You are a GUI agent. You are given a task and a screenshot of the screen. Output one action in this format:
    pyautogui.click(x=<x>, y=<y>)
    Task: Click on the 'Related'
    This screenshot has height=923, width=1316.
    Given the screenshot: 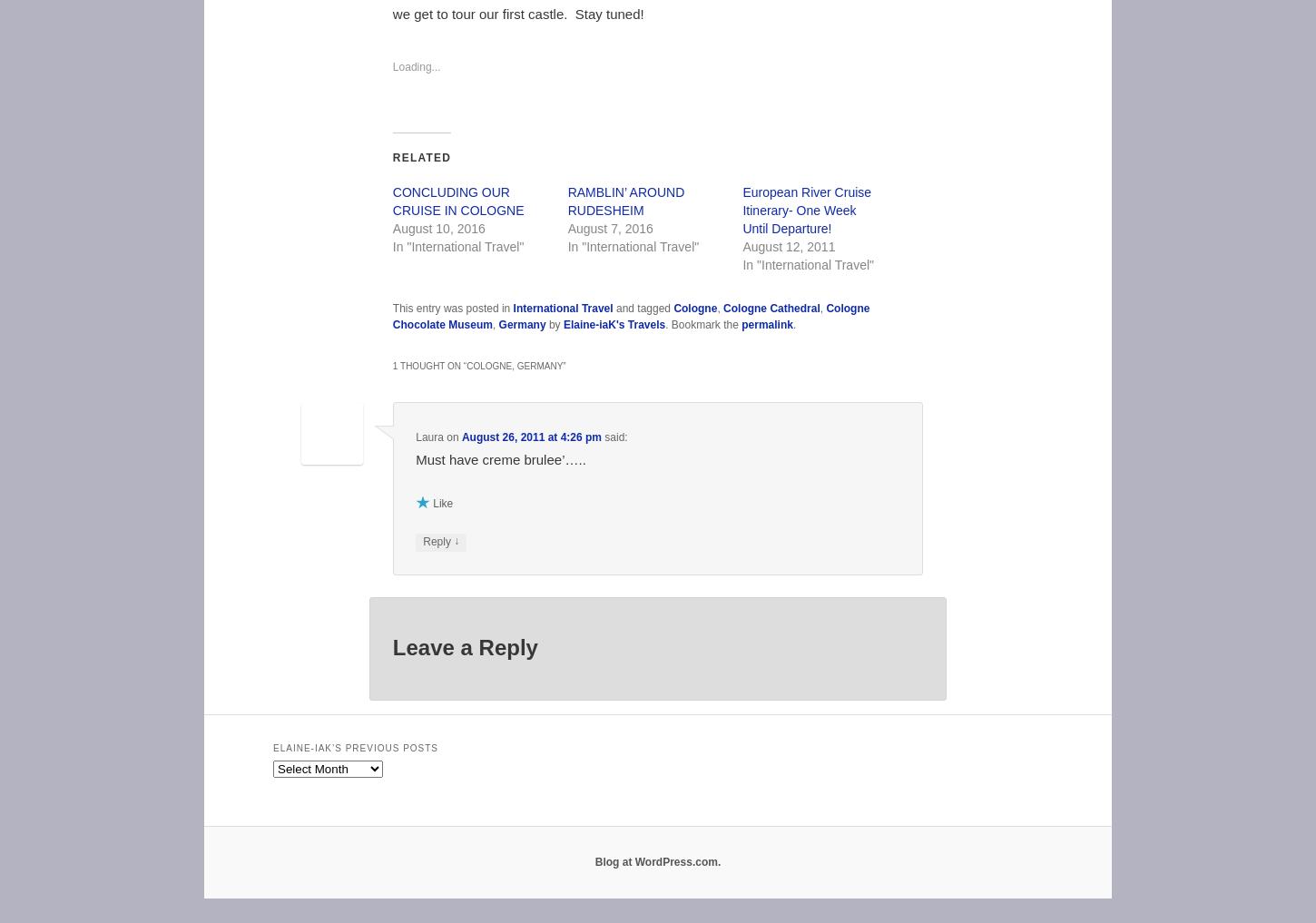 What is the action you would take?
    pyautogui.click(x=420, y=156)
    